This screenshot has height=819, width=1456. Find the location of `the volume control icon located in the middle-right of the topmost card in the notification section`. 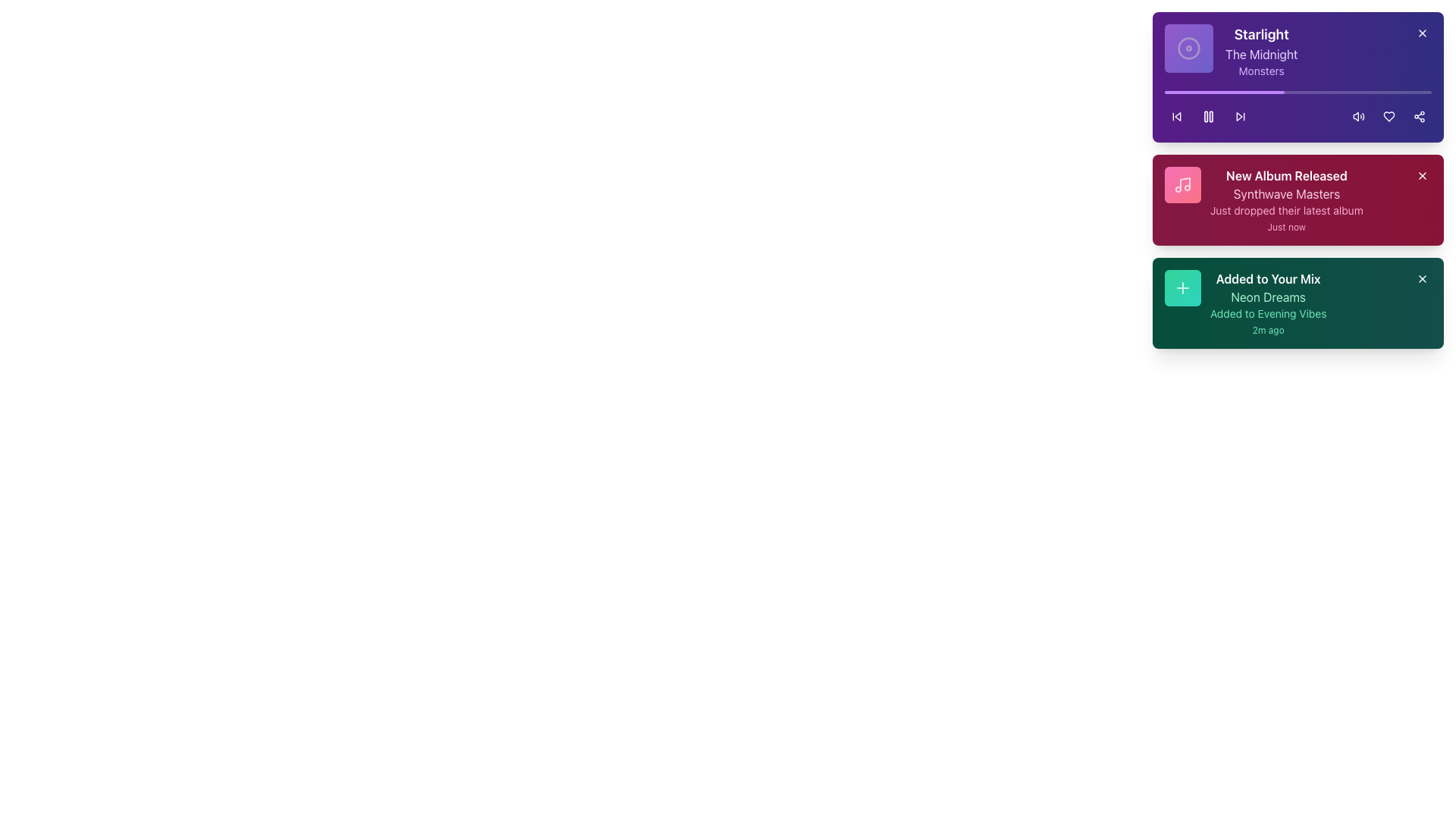

the volume control icon located in the middle-right of the topmost card in the notification section is located at coordinates (1358, 116).